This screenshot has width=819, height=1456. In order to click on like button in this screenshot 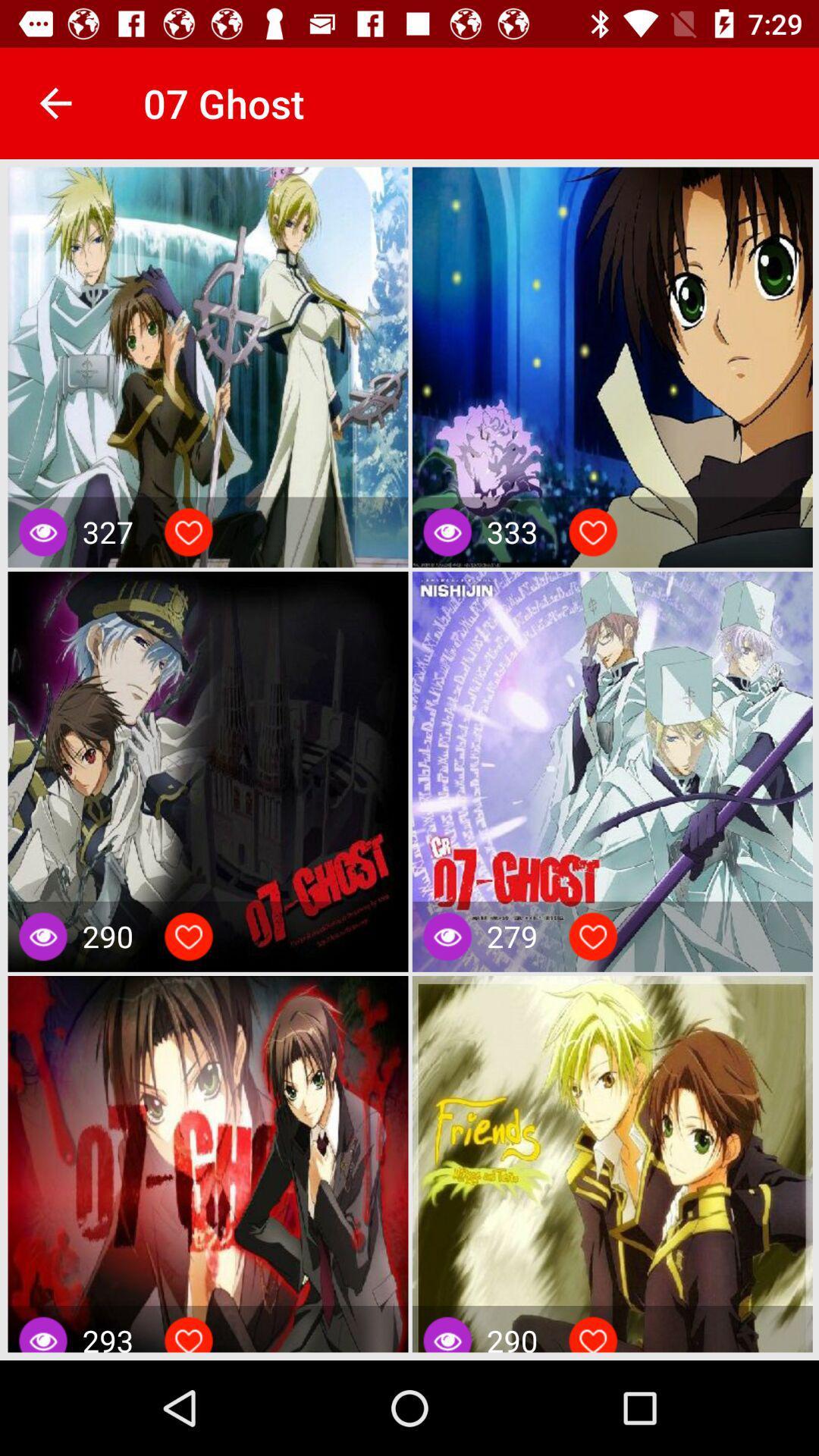, I will do `click(592, 532)`.